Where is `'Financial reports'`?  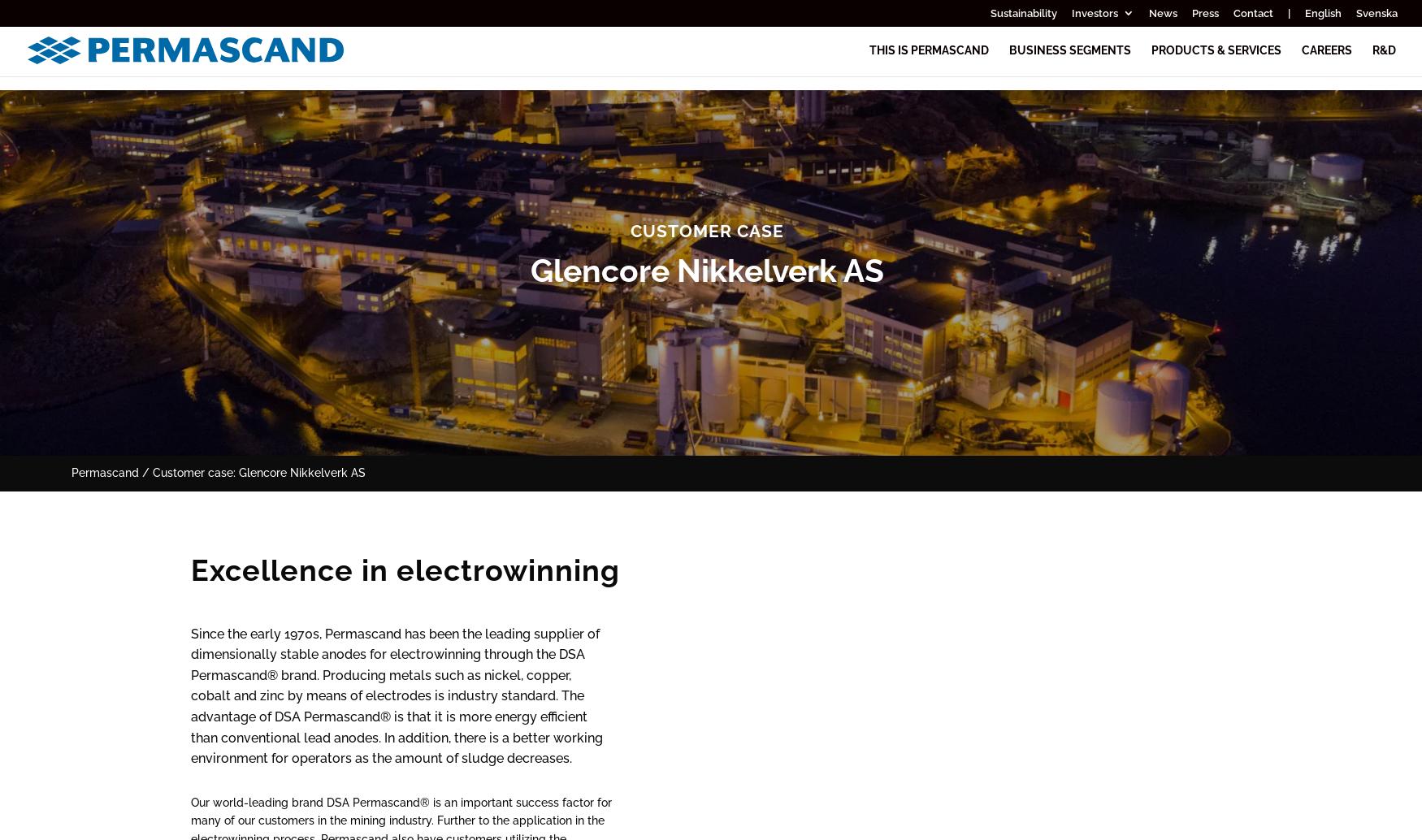 'Financial reports' is located at coordinates (969, 87).